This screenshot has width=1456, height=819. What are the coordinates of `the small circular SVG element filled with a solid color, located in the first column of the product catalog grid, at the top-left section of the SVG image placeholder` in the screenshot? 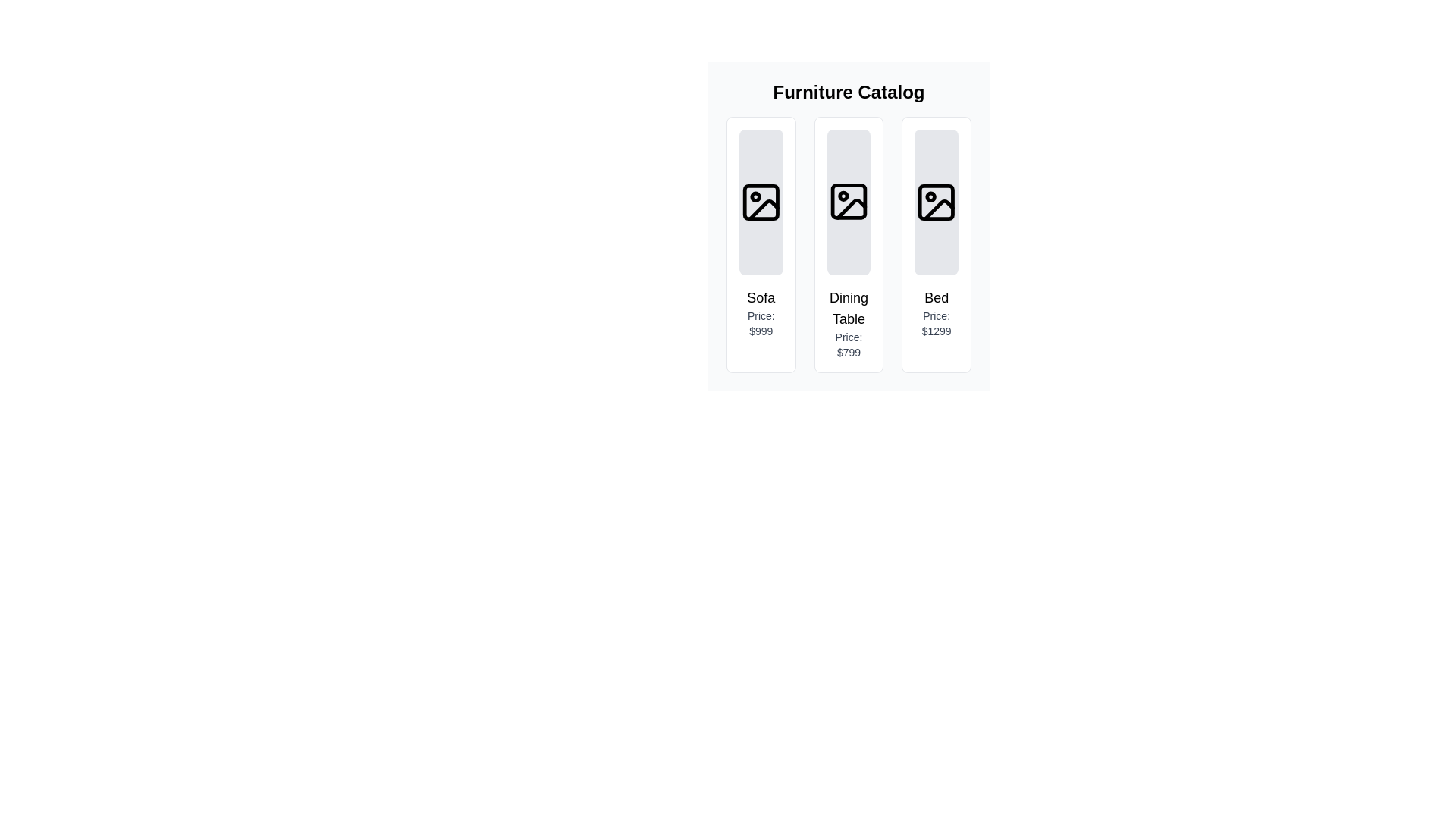 It's located at (755, 196).